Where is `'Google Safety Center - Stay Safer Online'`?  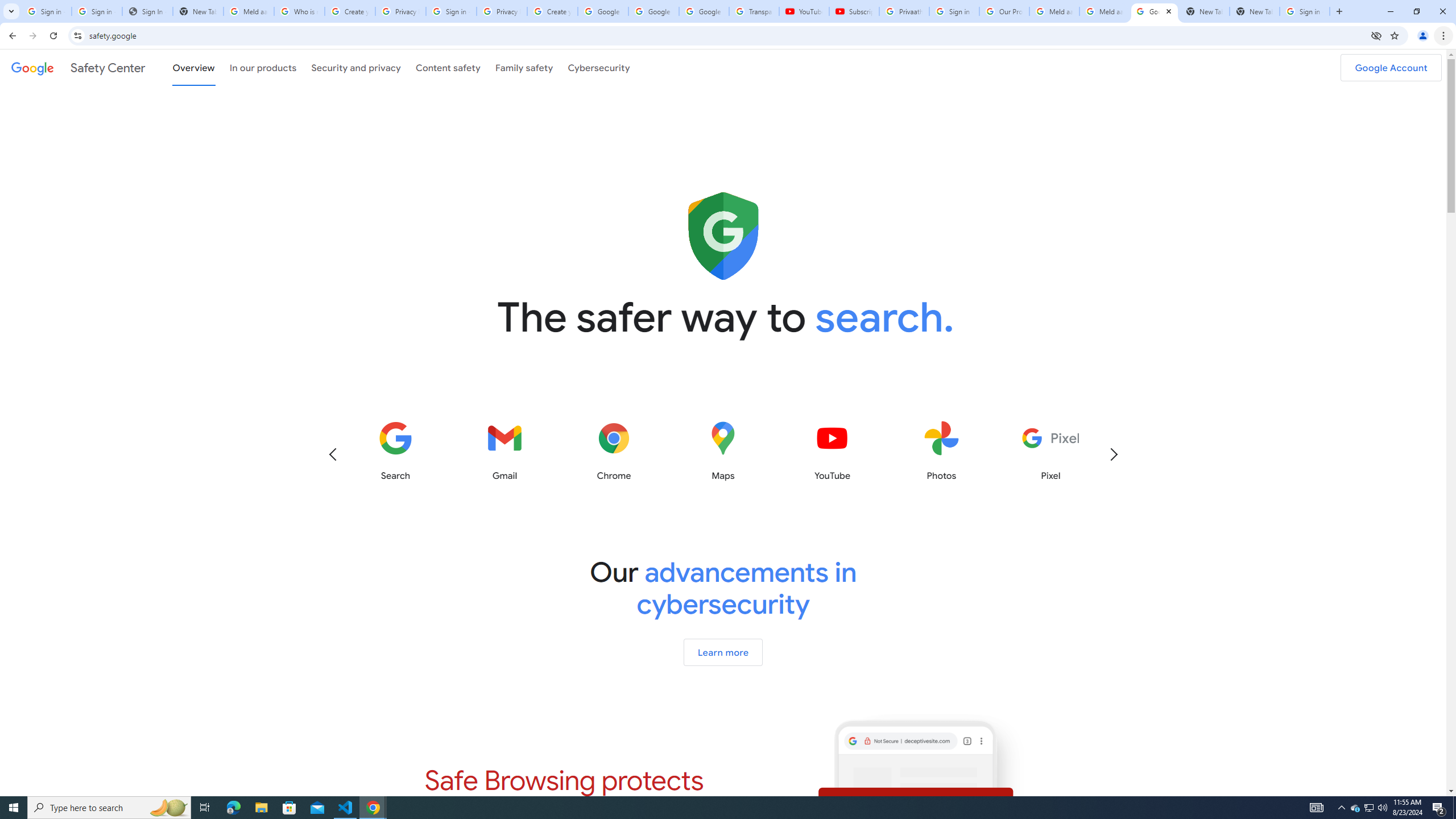
'Google Safety Center - Stay Safer Online' is located at coordinates (1155, 11).